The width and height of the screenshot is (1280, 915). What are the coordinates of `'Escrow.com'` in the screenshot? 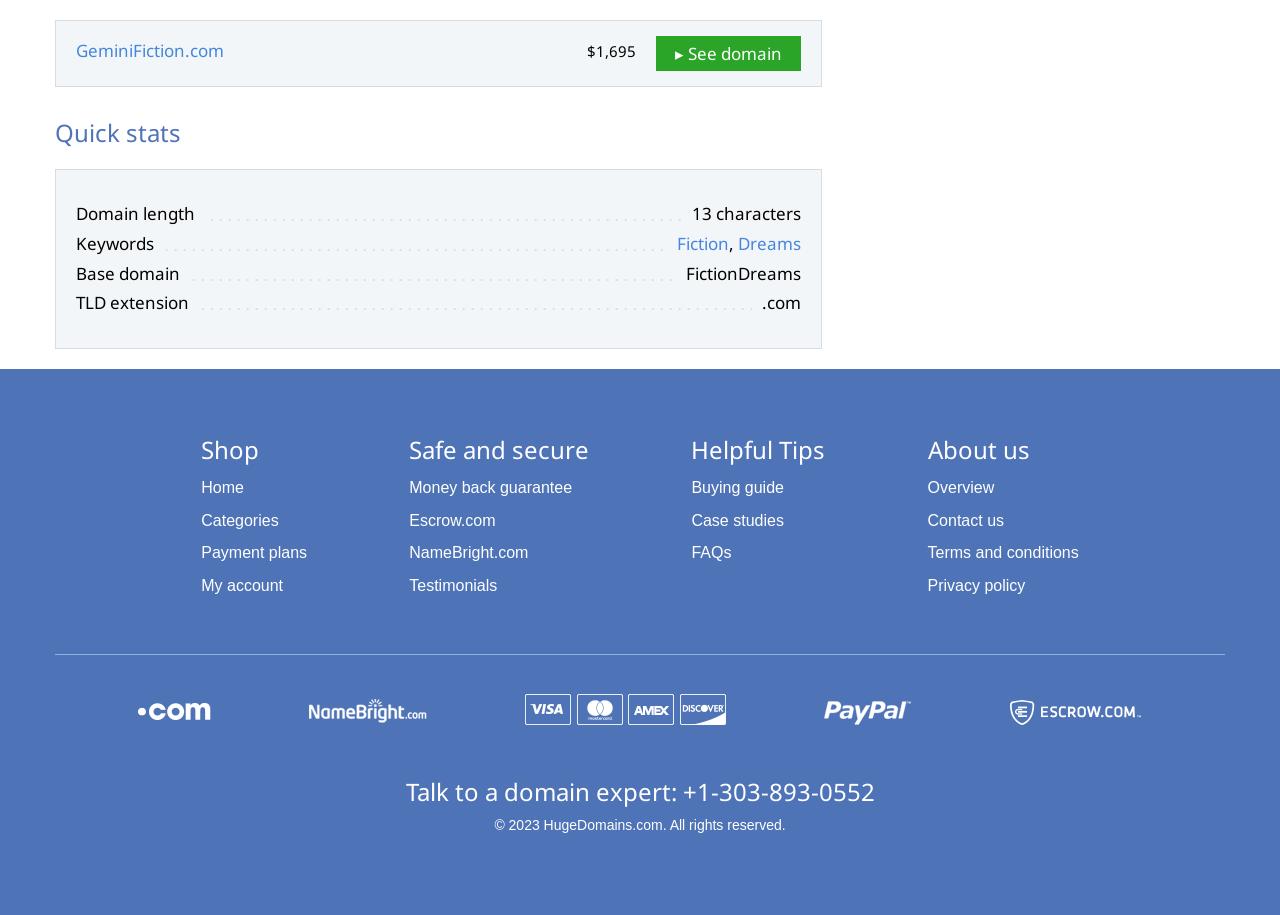 It's located at (450, 519).